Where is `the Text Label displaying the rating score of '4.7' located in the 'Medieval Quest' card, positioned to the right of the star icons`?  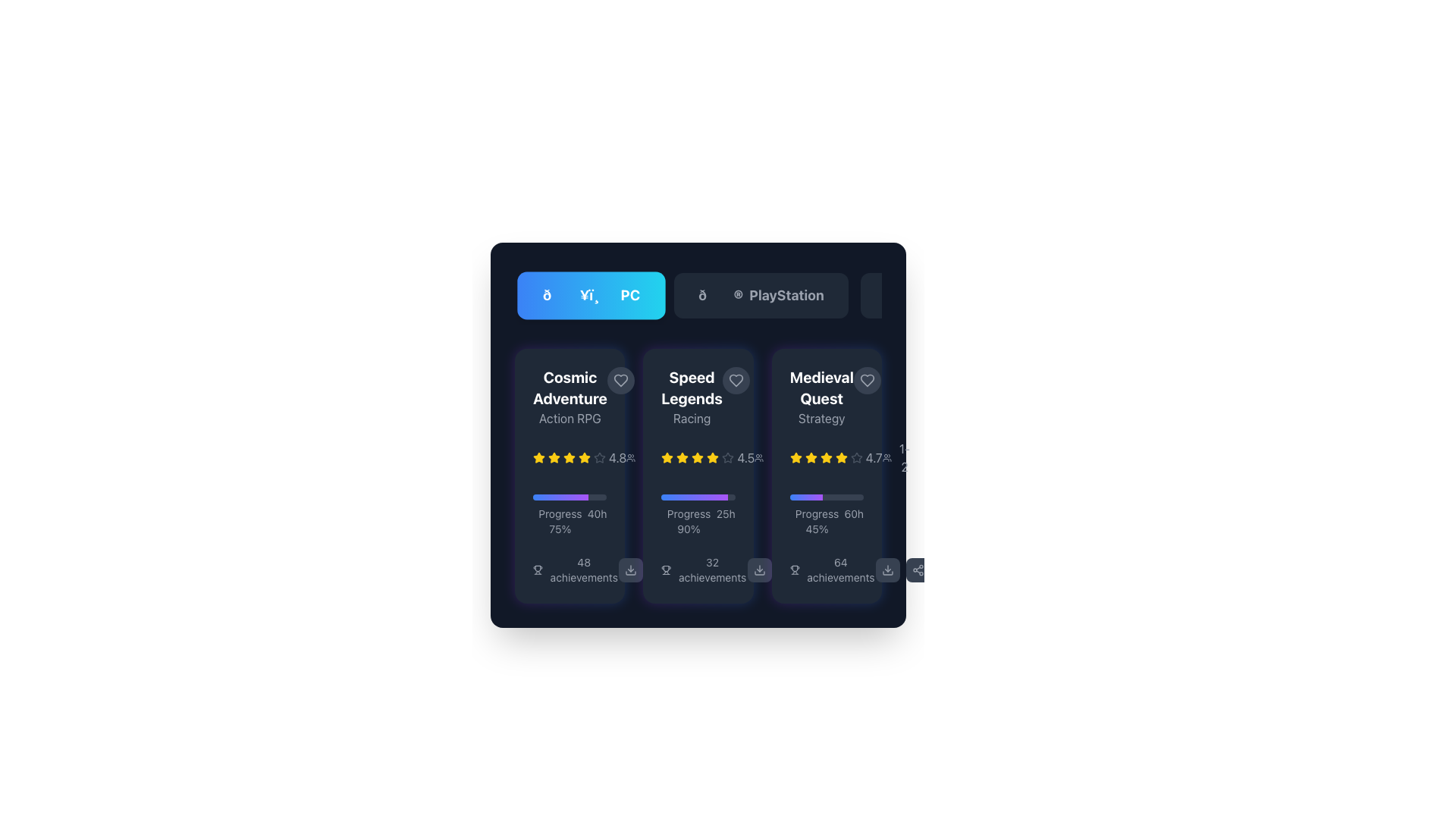 the Text Label displaying the rating score of '4.7' located in the 'Medieval Quest' card, positioned to the right of the star icons is located at coordinates (874, 457).